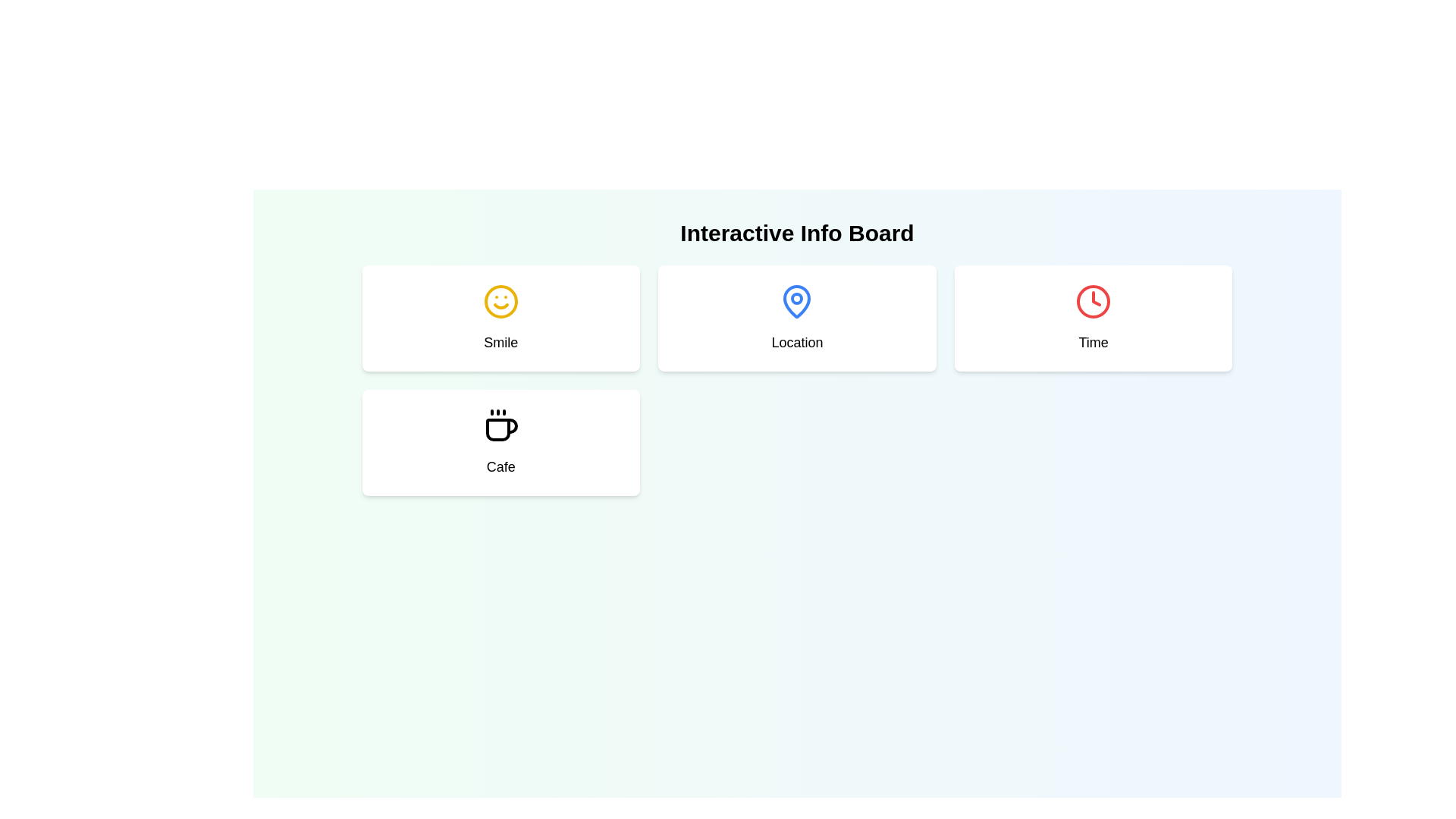 The width and height of the screenshot is (1456, 819). I want to click on the rectangular card with a white background and rounded corners that displays a coffee cup icon and the text 'Cafe', located in the bottom-left quadrant of a 2x2 grid layout, so click(500, 442).